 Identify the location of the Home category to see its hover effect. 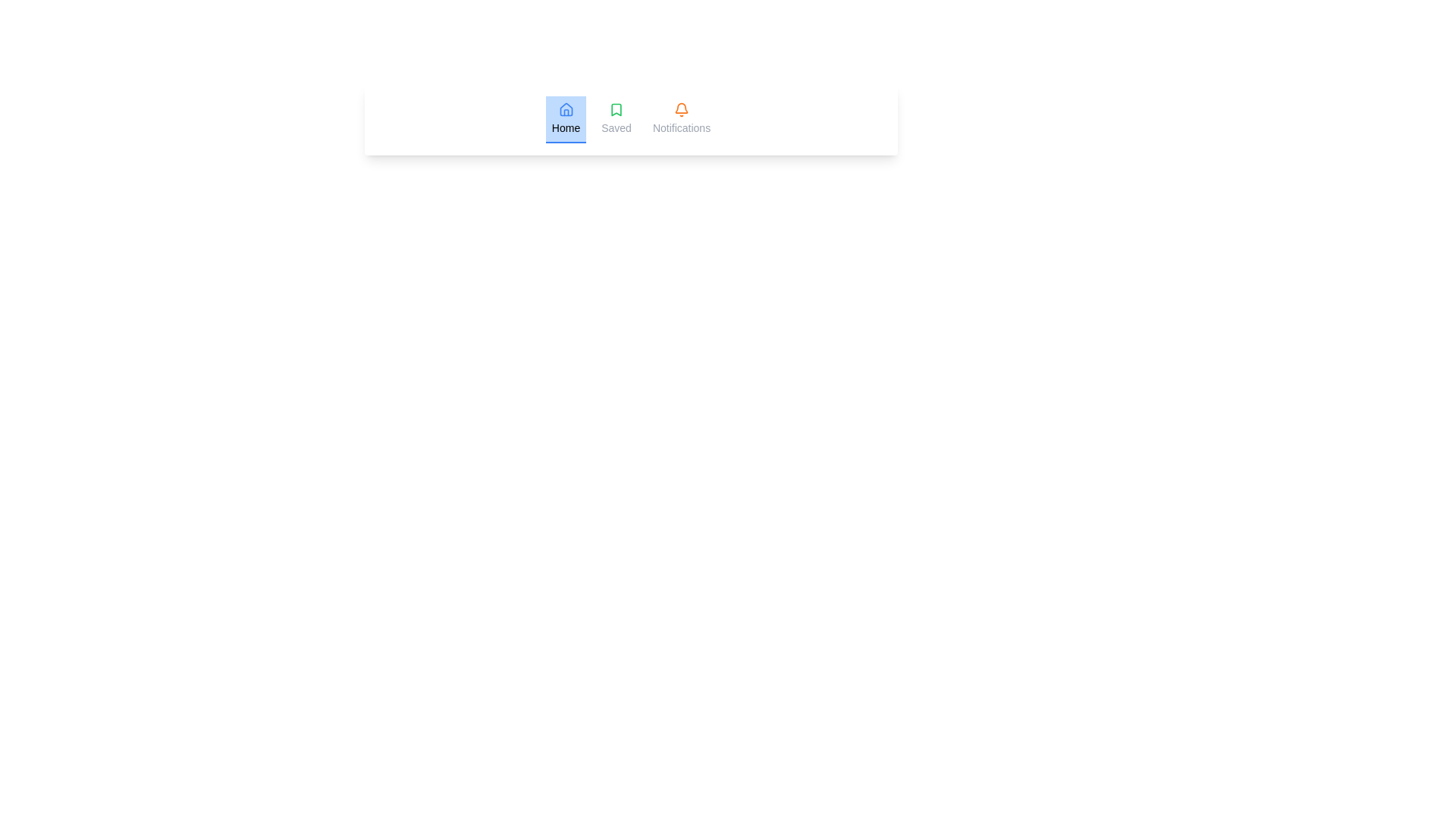
(565, 119).